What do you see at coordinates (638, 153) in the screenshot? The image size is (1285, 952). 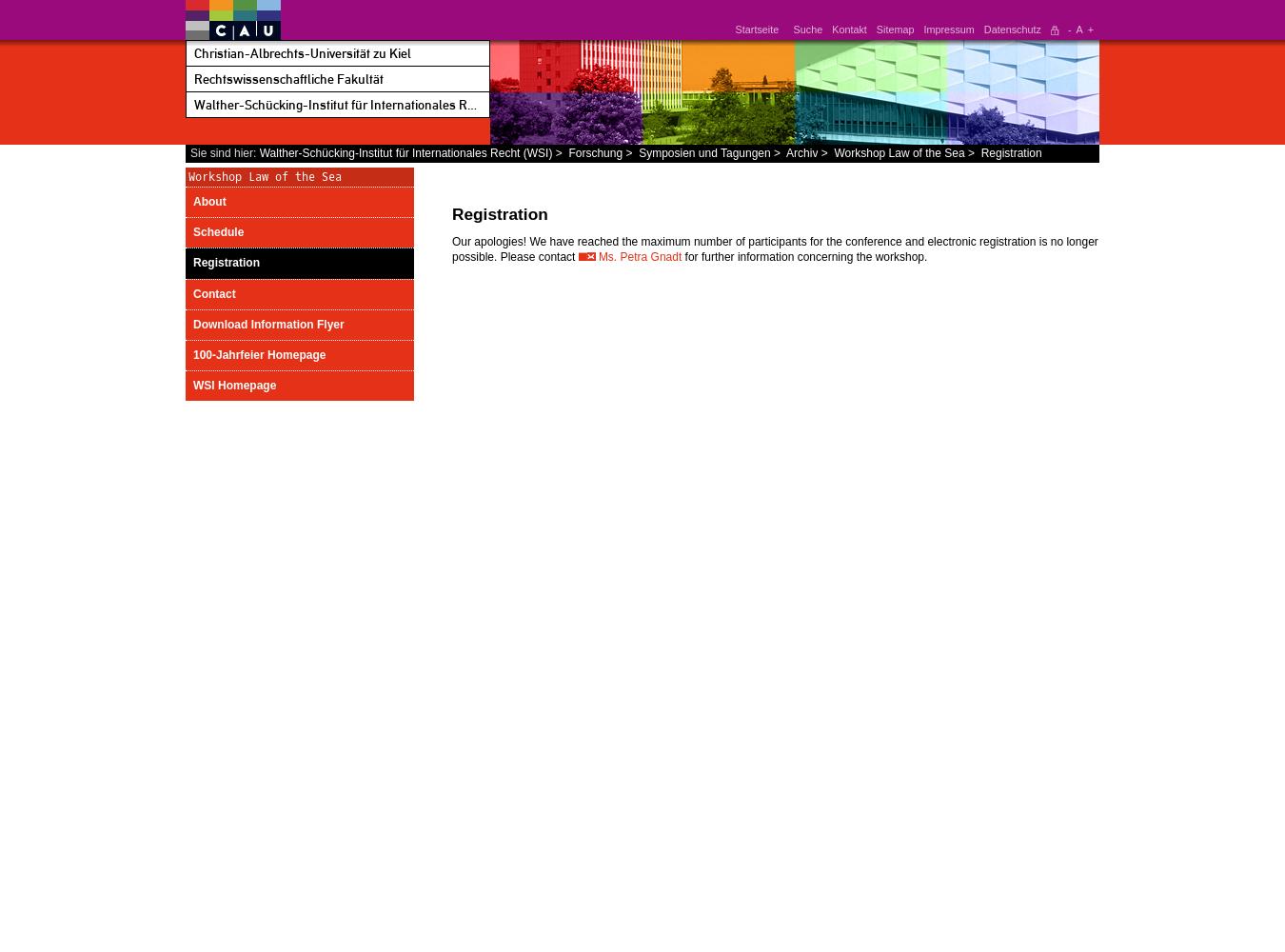 I see `'Symposien und Tagungen'` at bounding box center [638, 153].